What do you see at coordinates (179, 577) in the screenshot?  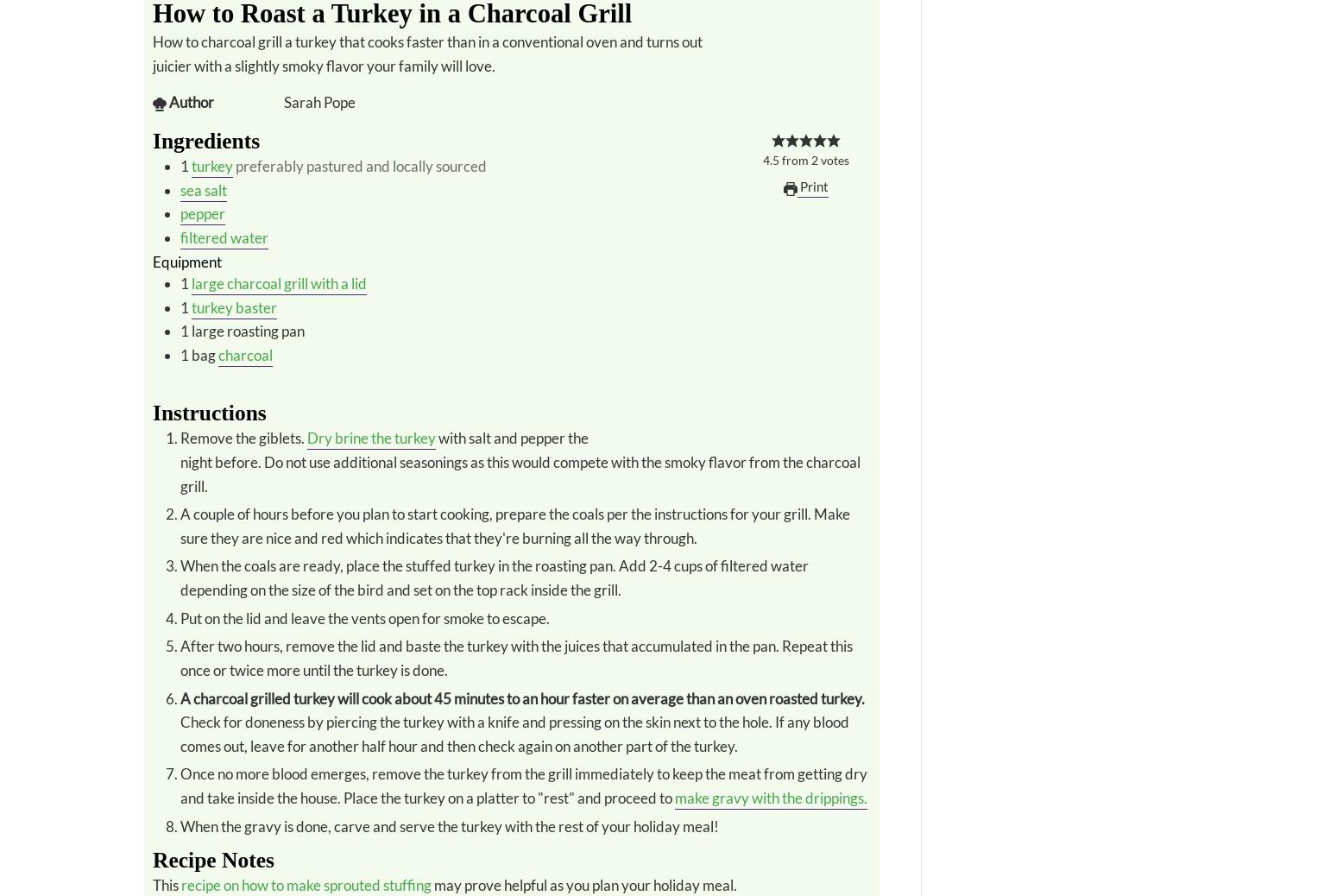 I see `'When the coals are ready, place the stuffed turkey in the roasting pan. Add 2-4 cups of filtered water depending on the size of the bird and set on the top rack inside the grill.'` at bounding box center [179, 577].